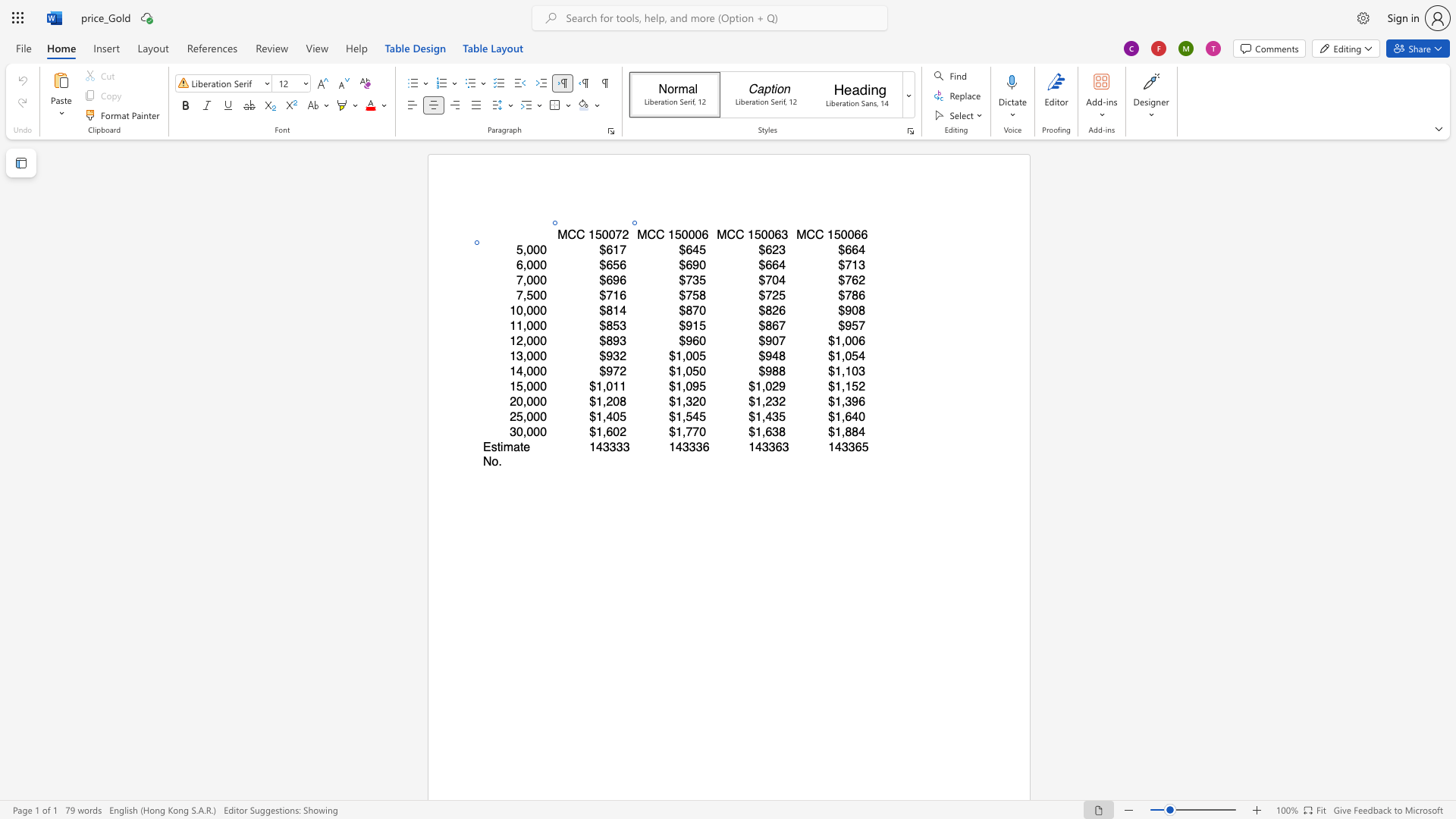 The height and width of the screenshot is (819, 1456). I want to click on the 1th character "M" in the text, so click(642, 234).